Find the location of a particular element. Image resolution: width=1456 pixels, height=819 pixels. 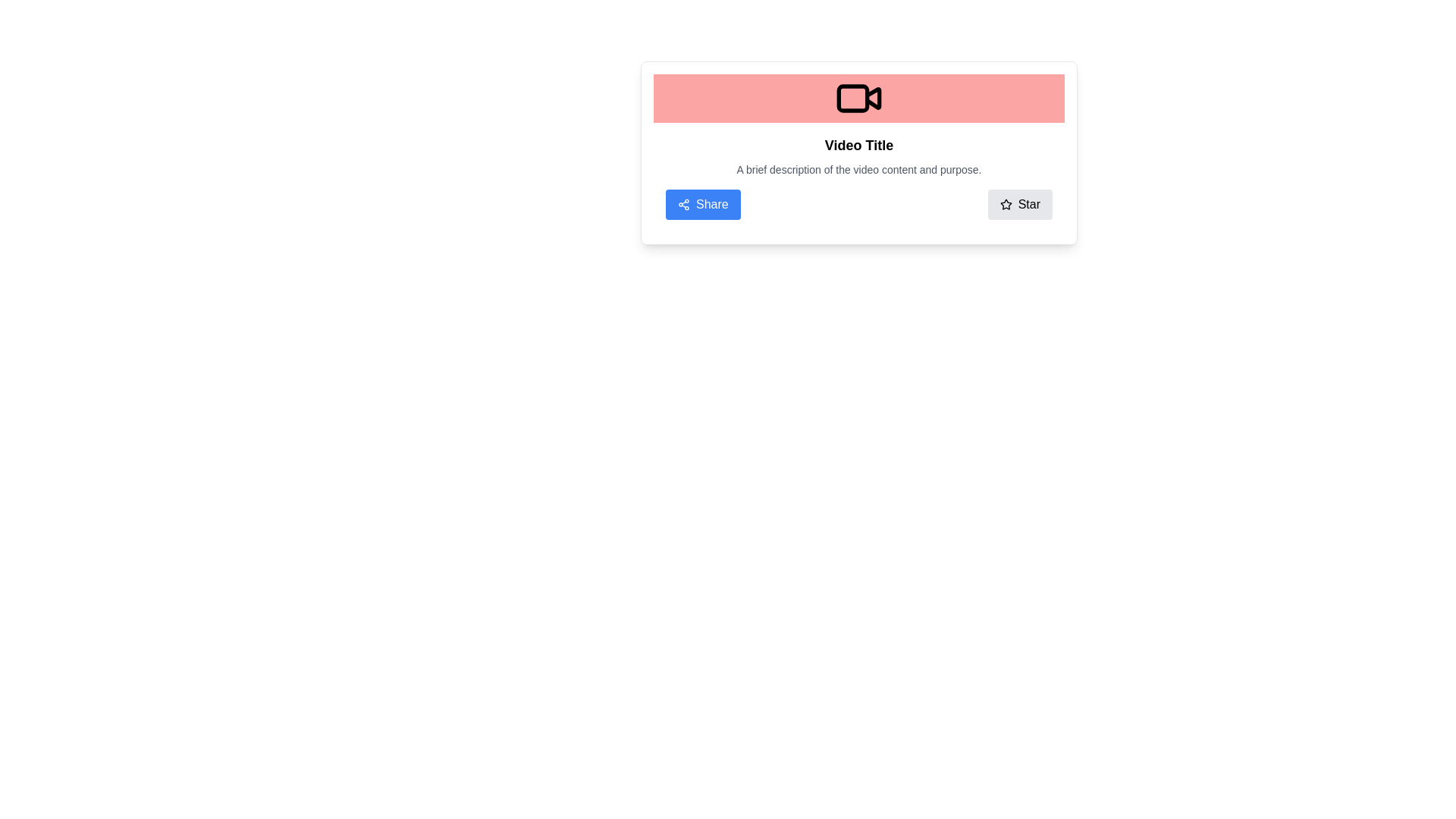

the label providing text-based clarification for the adjacent star icon, which is part of a rectangular button with a gray background located in the lower right corner of a card-like component is located at coordinates (1029, 205).